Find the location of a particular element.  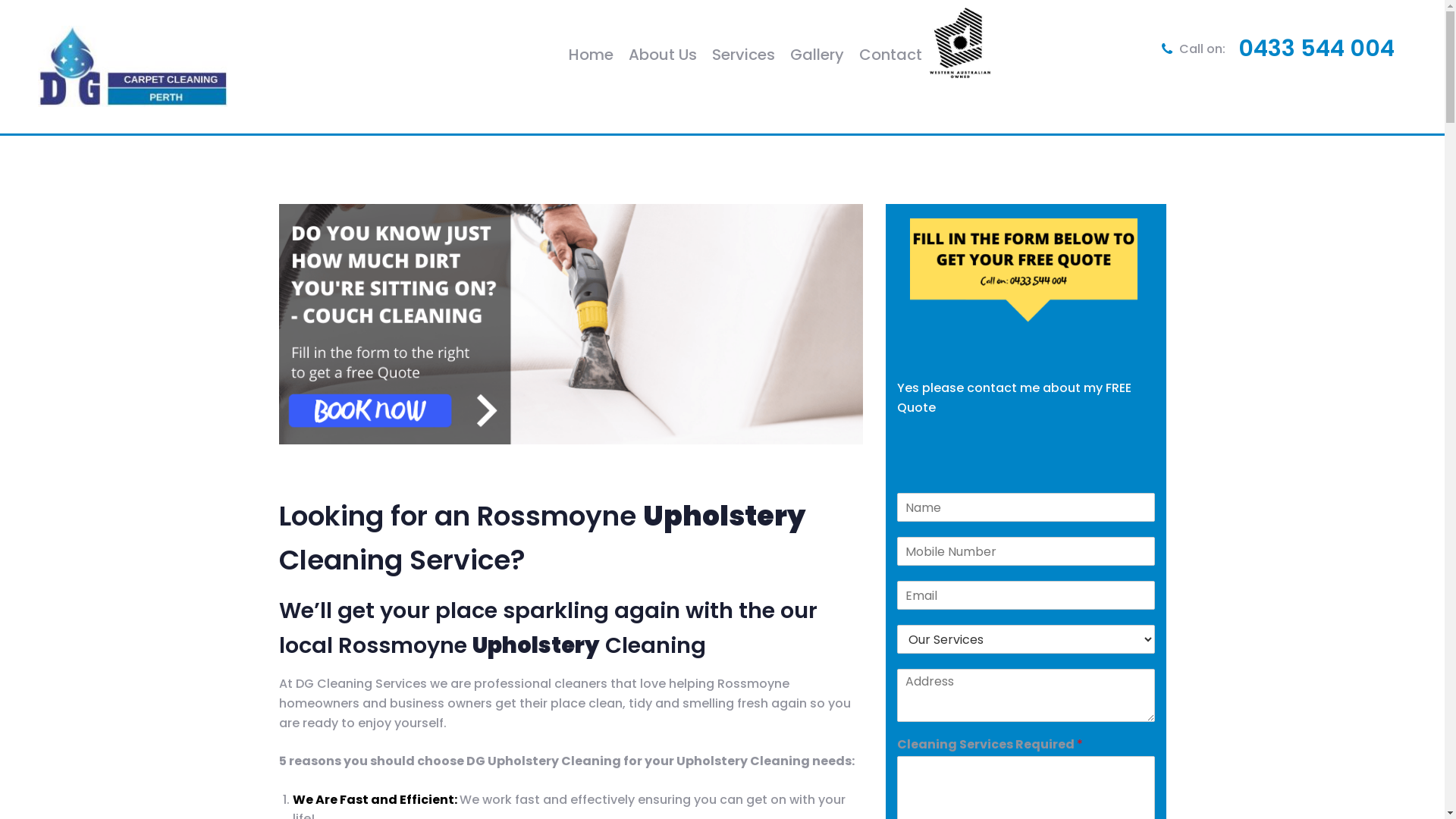

'DG Cleaning Services' is located at coordinates (132, 65).